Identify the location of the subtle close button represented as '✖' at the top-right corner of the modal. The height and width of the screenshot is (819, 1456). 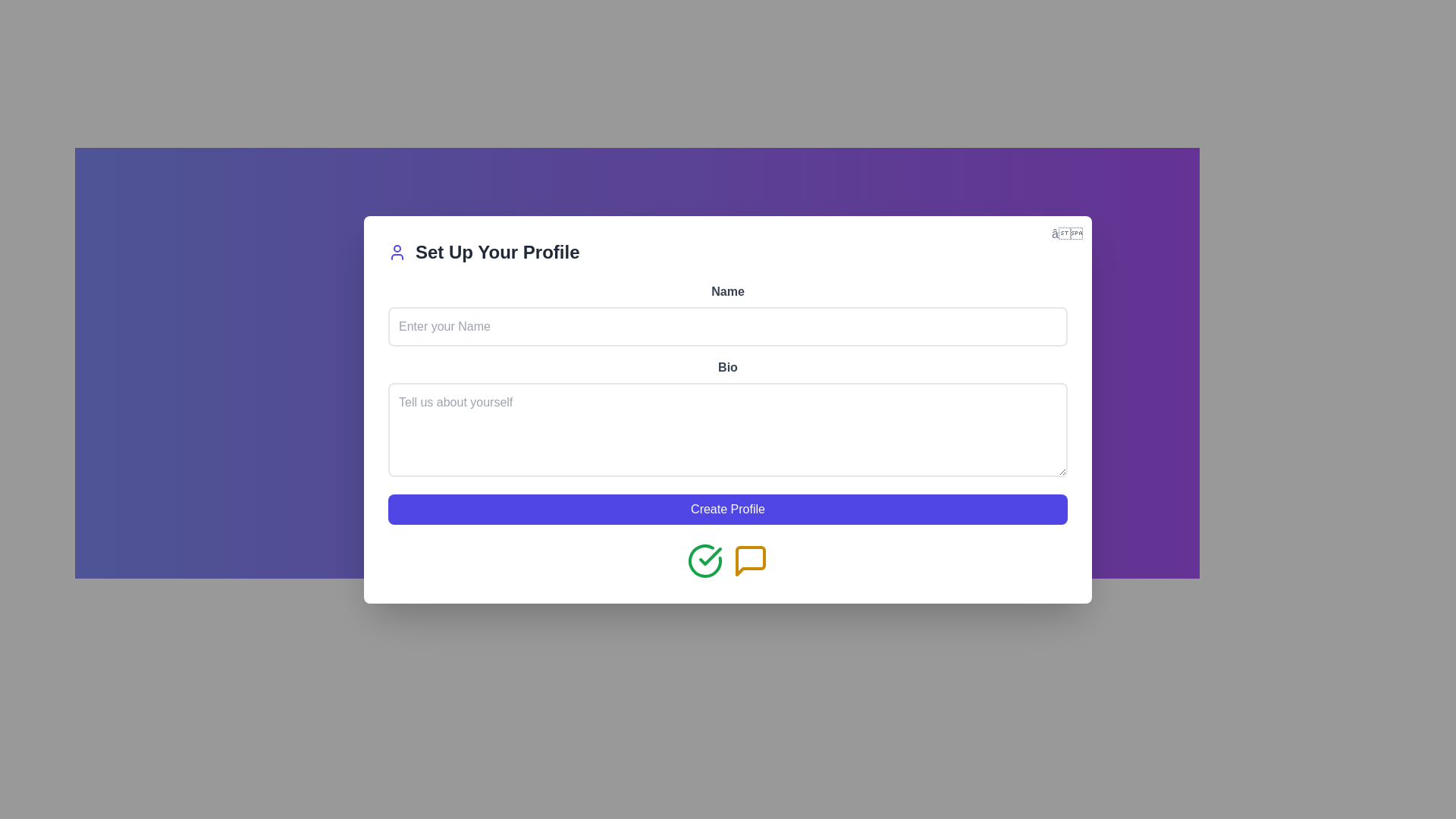
(1066, 234).